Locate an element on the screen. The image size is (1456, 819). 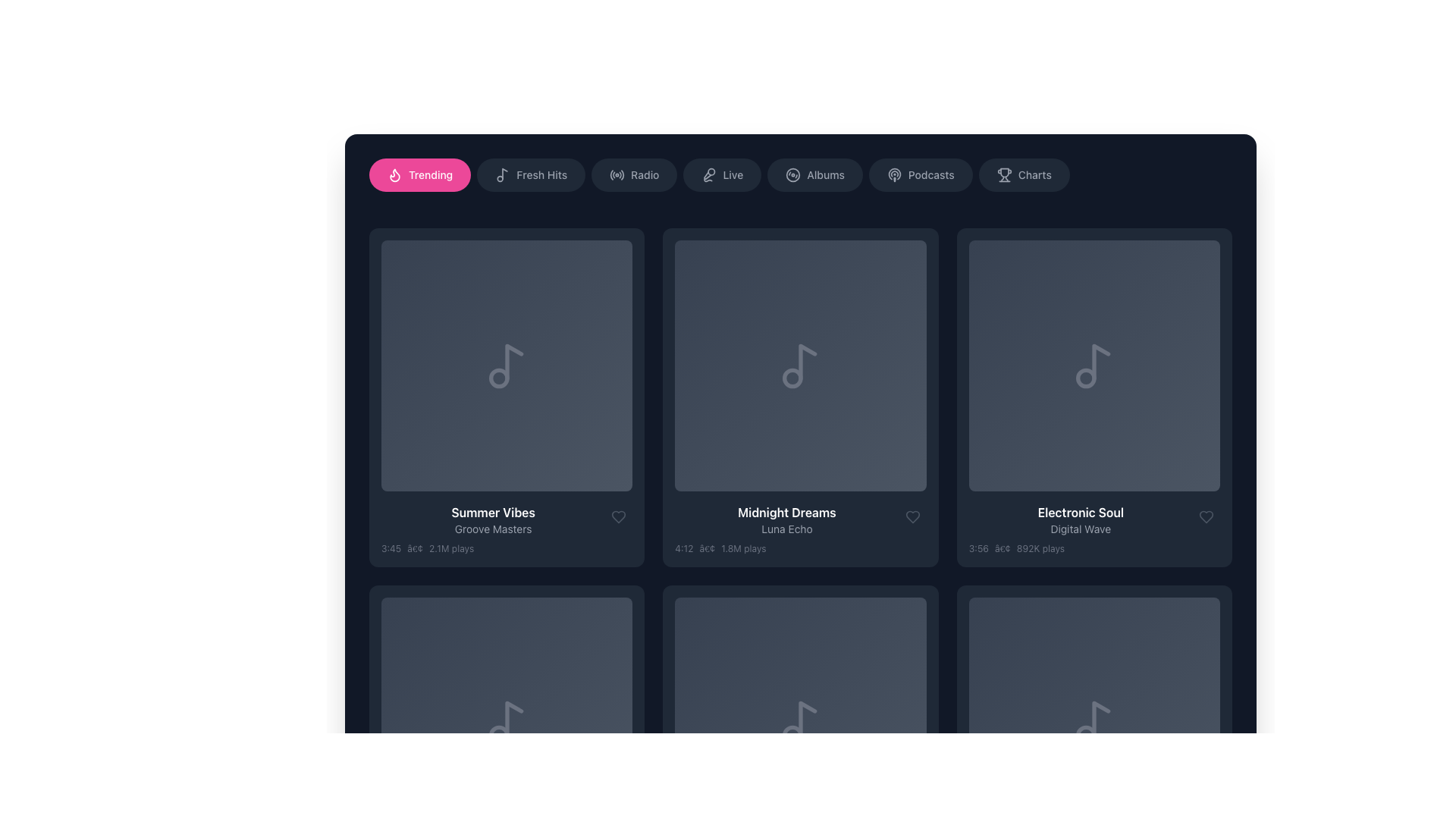
the 'Albums' text label that serves as the label for the navigation button, associating it with the button containing it is located at coordinates (825, 174).